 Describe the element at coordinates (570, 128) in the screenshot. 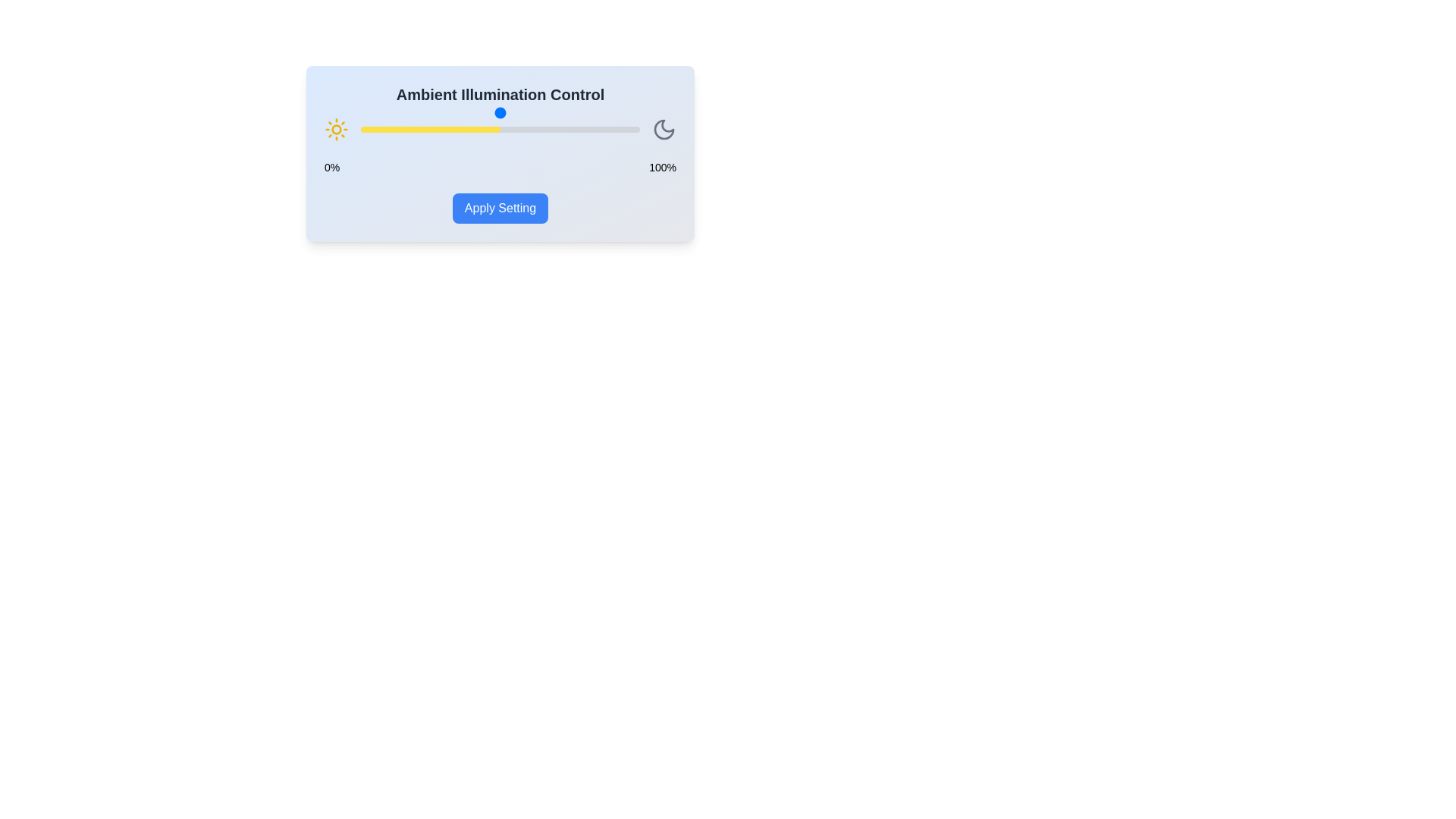

I see `the illumination slider to 75%` at that location.